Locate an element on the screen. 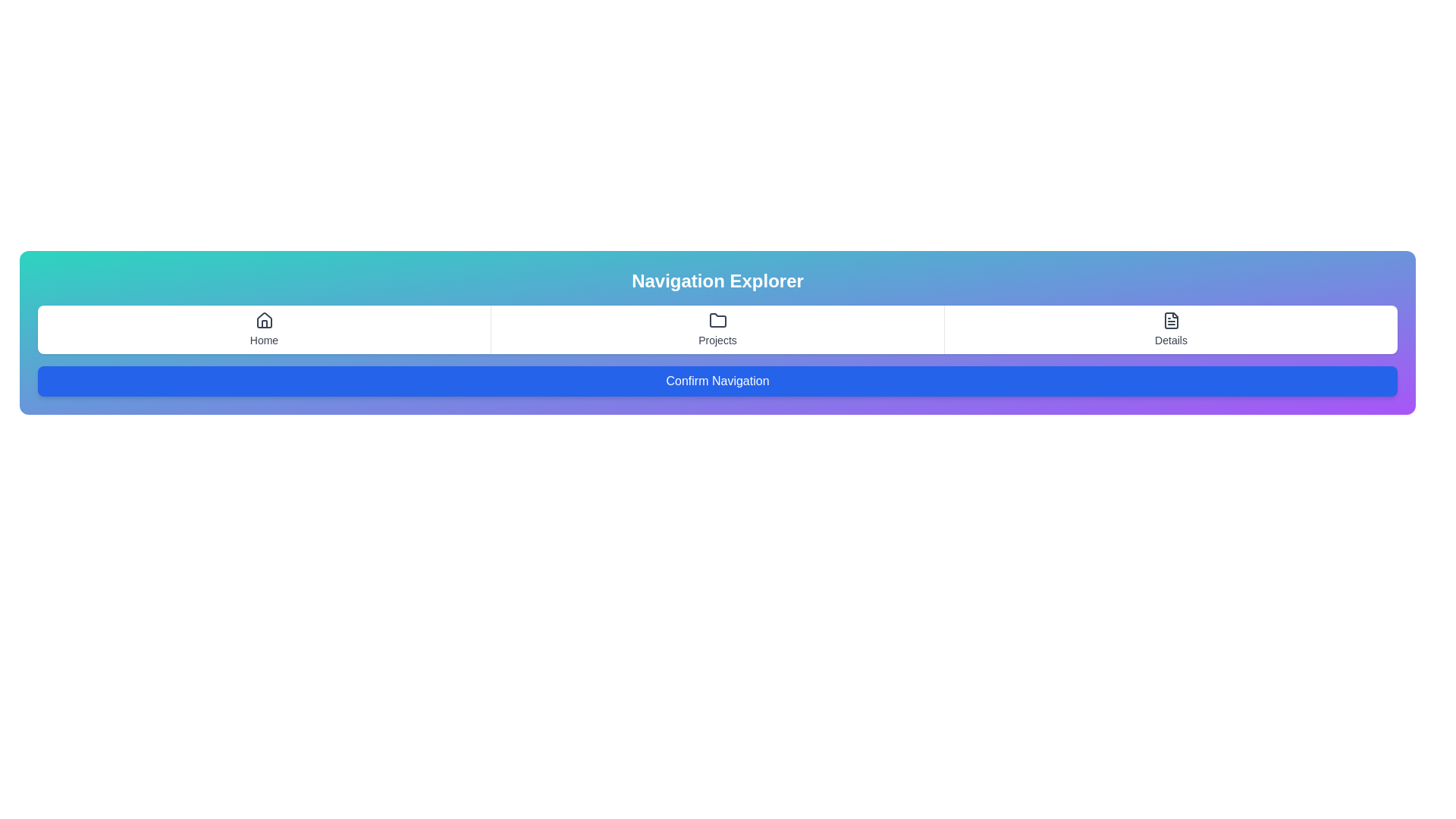 This screenshot has height=819, width=1456. the clickable navigation link located directly below the house-shaped icon in the navigation menu is located at coordinates (264, 339).